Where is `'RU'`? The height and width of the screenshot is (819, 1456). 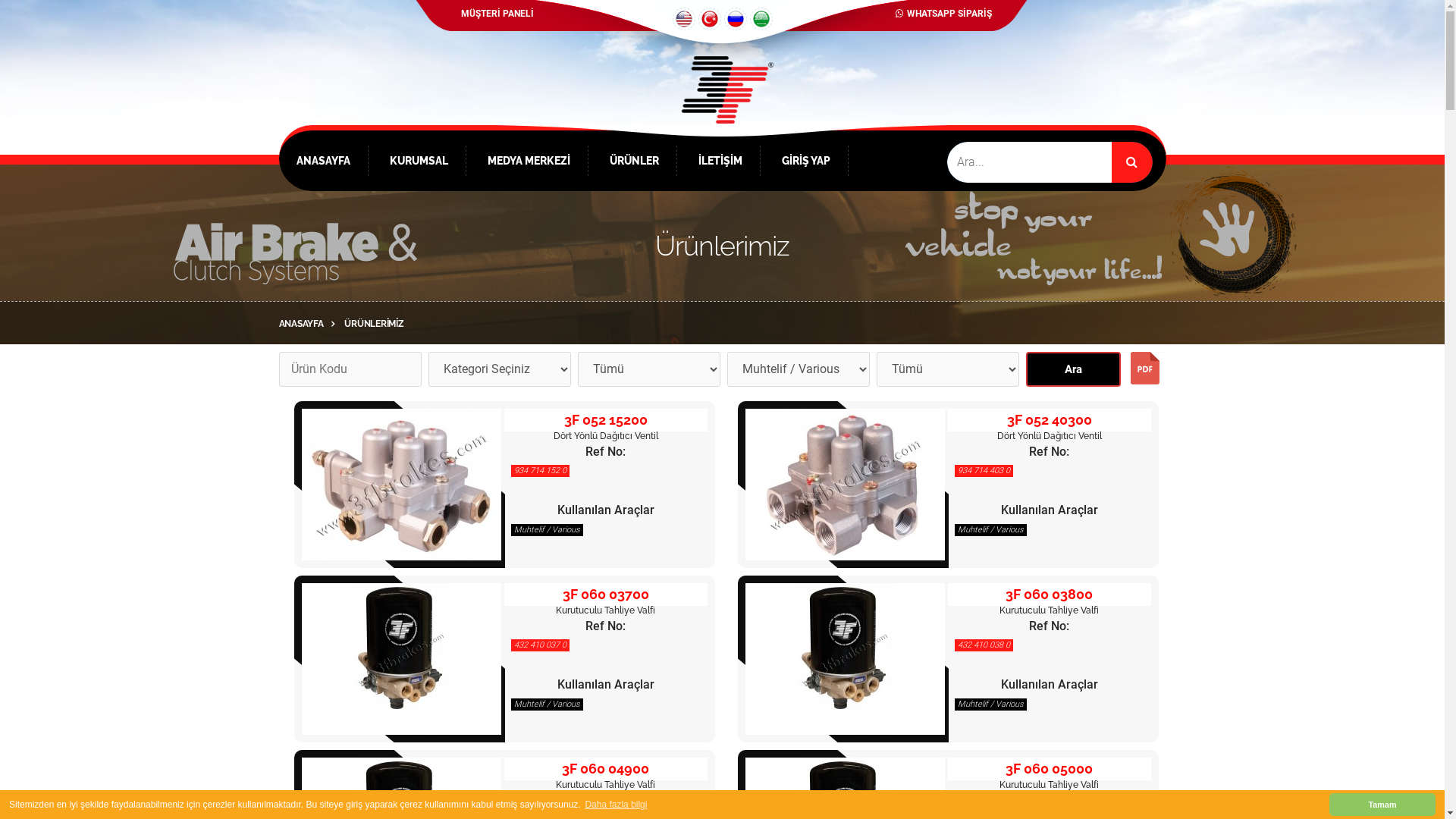
'RU' is located at coordinates (735, 18).